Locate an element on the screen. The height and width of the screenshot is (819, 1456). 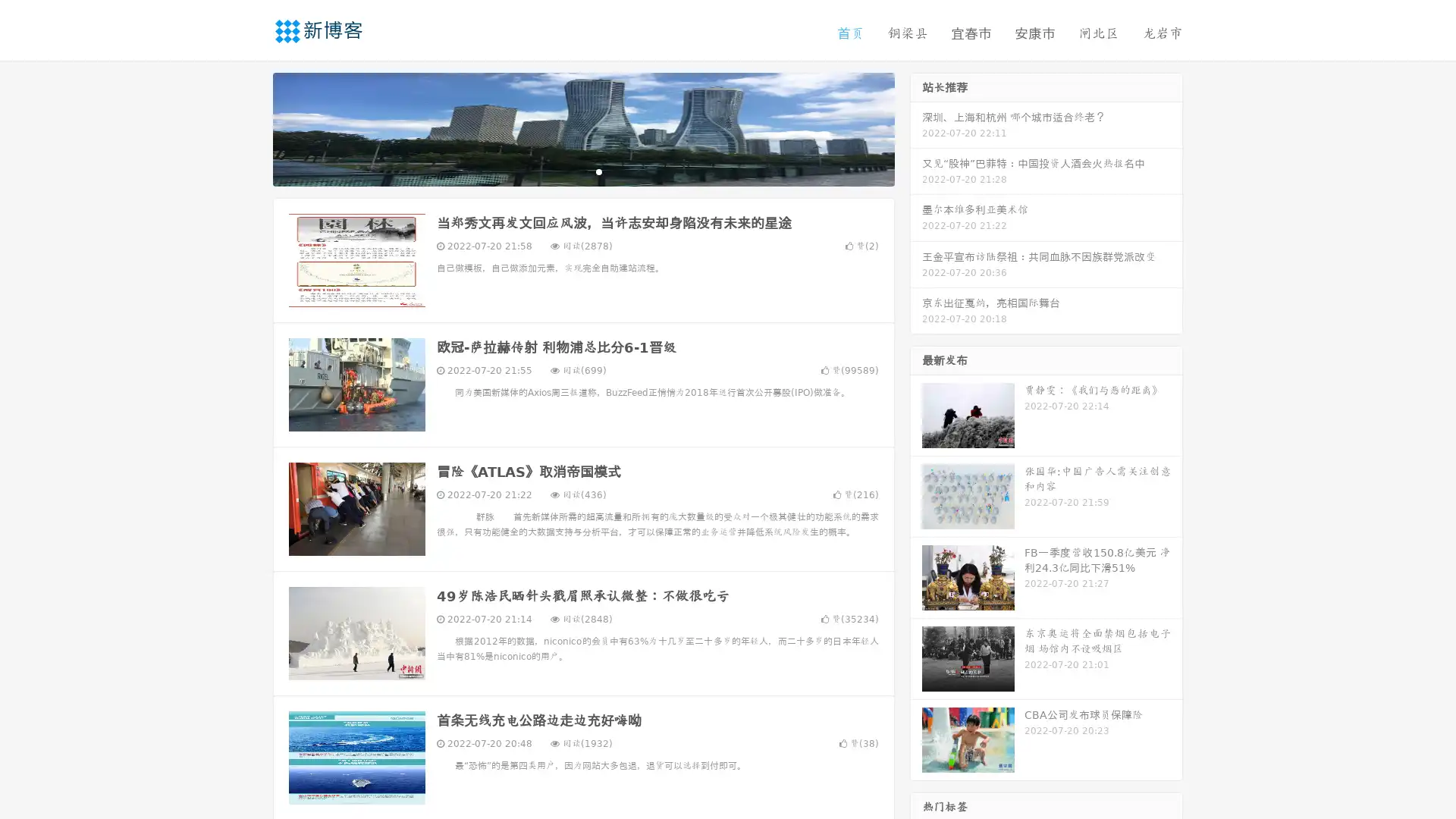
Next slide is located at coordinates (916, 127).